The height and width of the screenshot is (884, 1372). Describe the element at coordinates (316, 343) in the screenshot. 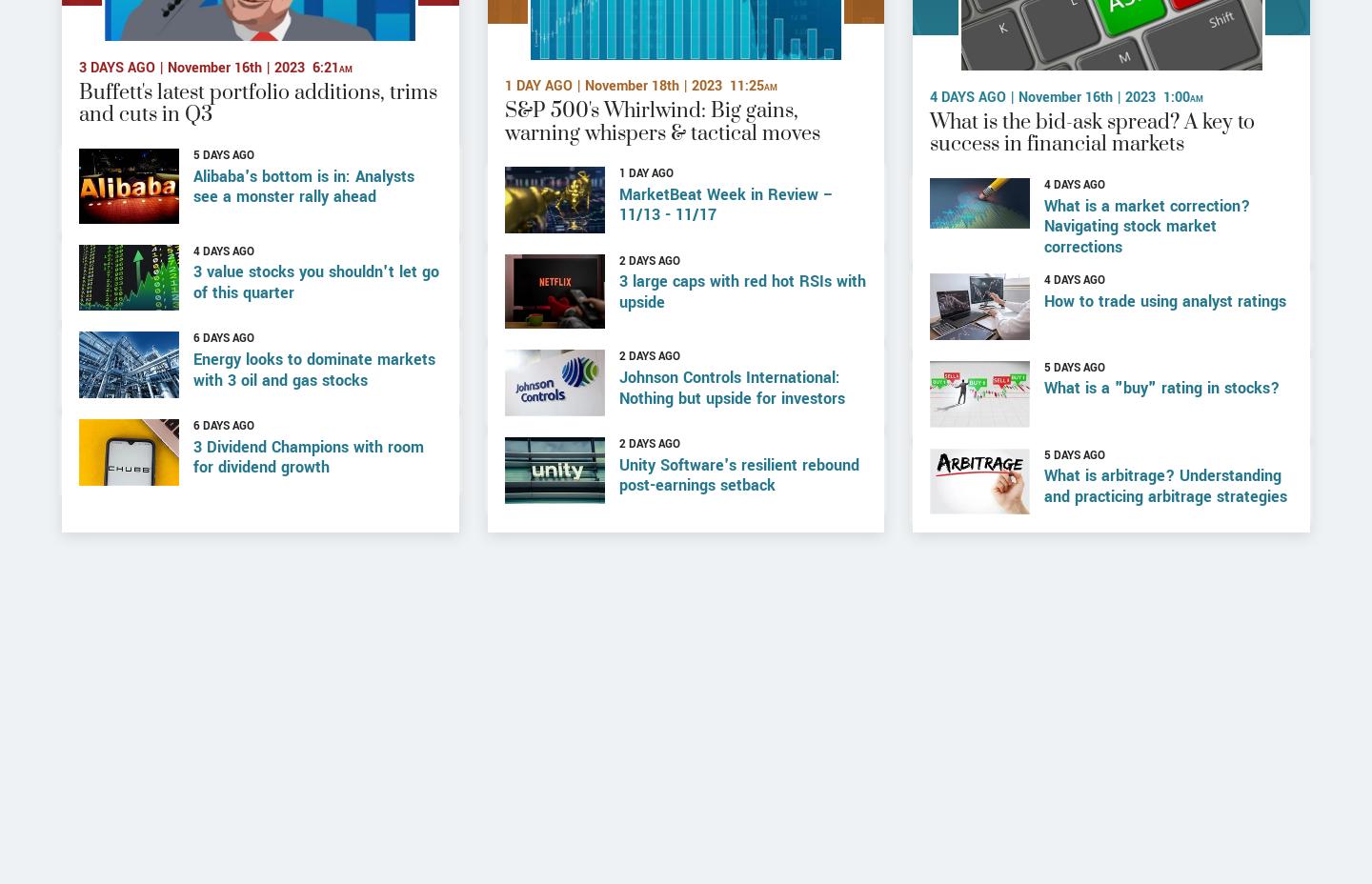

I see `'3 value stocks you shouldn't let go of this quarter'` at that location.